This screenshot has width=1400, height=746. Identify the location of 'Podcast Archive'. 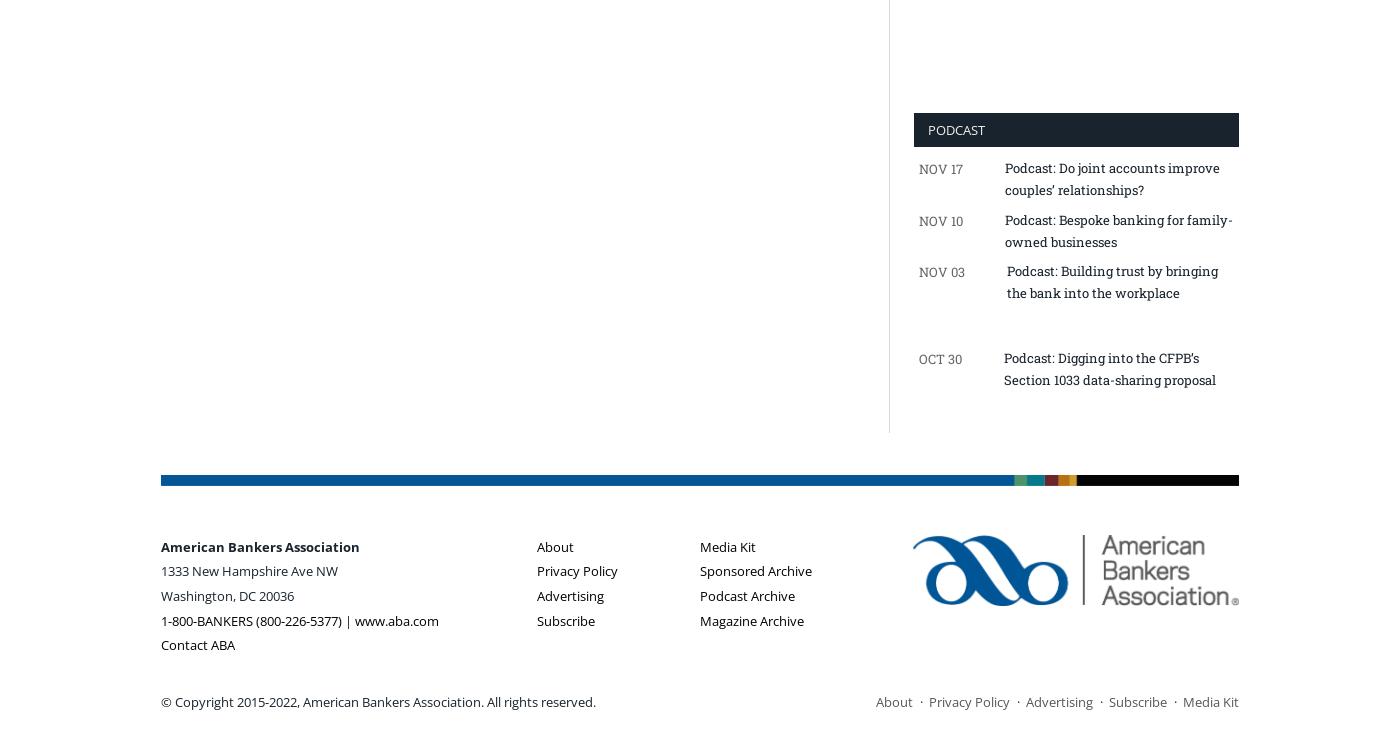
(700, 594).